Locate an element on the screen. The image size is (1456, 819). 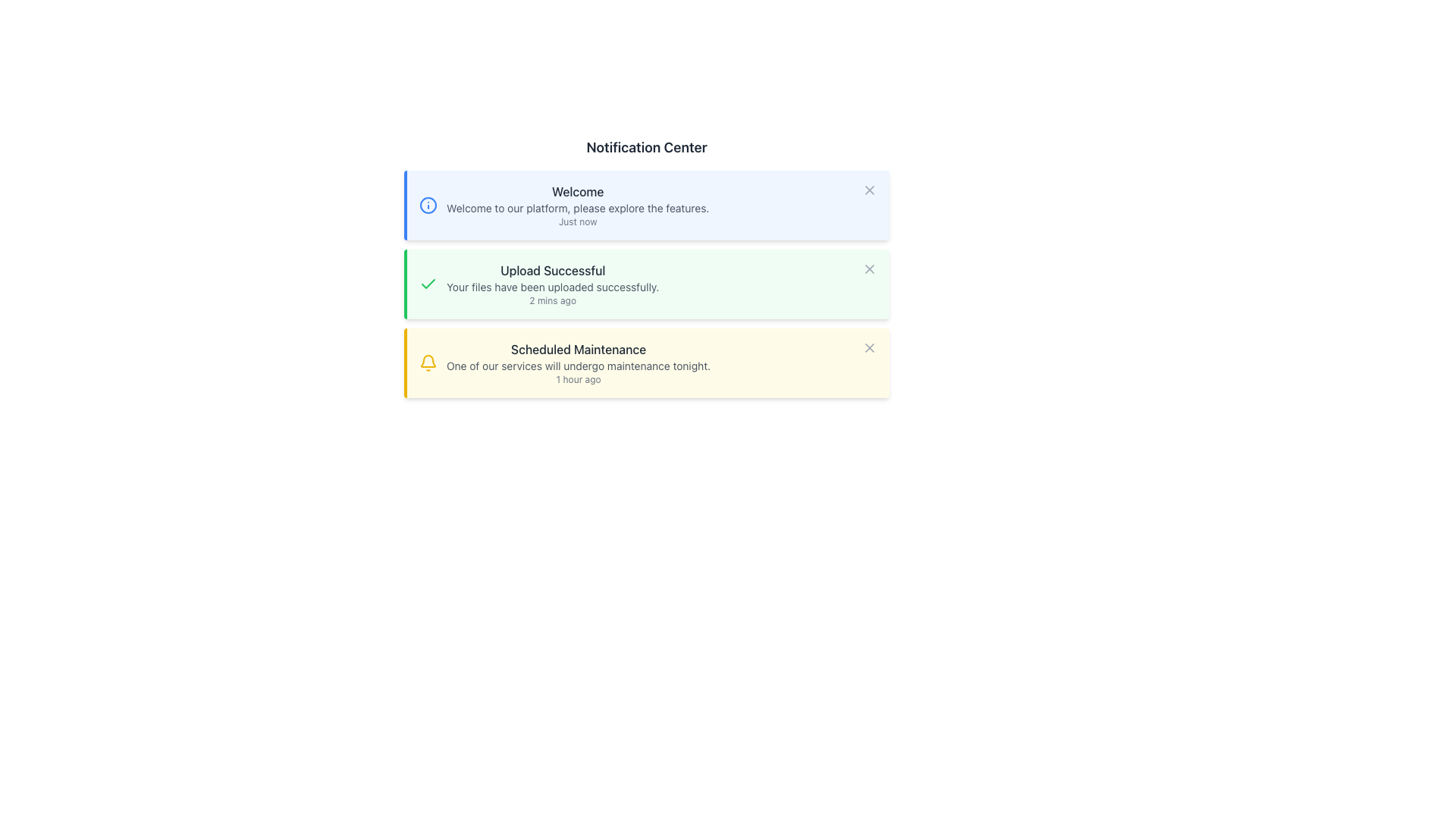
the Informational Card located at the topmost position in the notification list, which has a blue vertical border on the left and a close button on the top-right corner is located at coordinates (563, 205).